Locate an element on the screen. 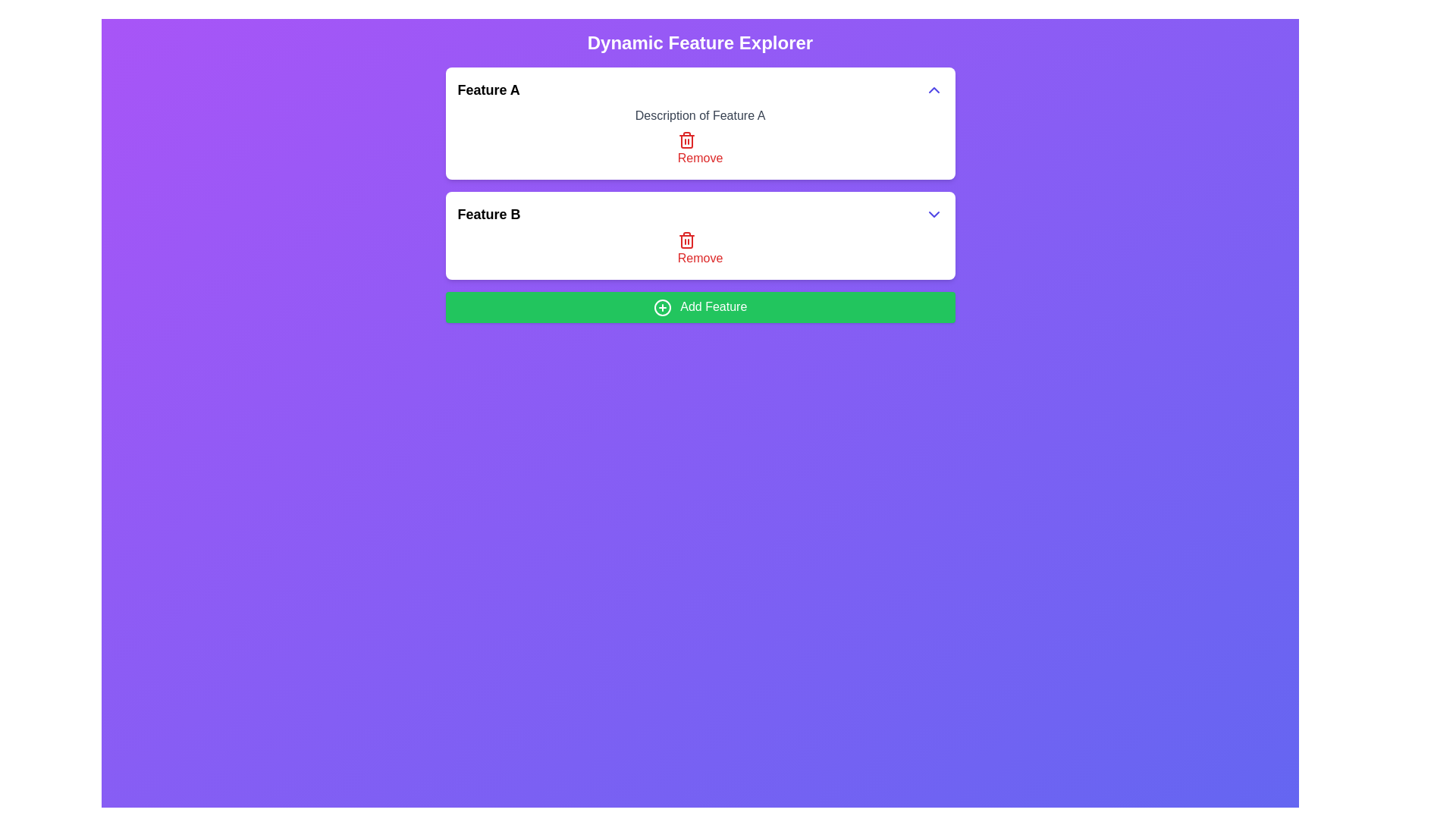  the text label displaying 'Description of Feature A', which is located below the title 'Feature A' and above the 'Remove' option is located at coordinates (699, 115).